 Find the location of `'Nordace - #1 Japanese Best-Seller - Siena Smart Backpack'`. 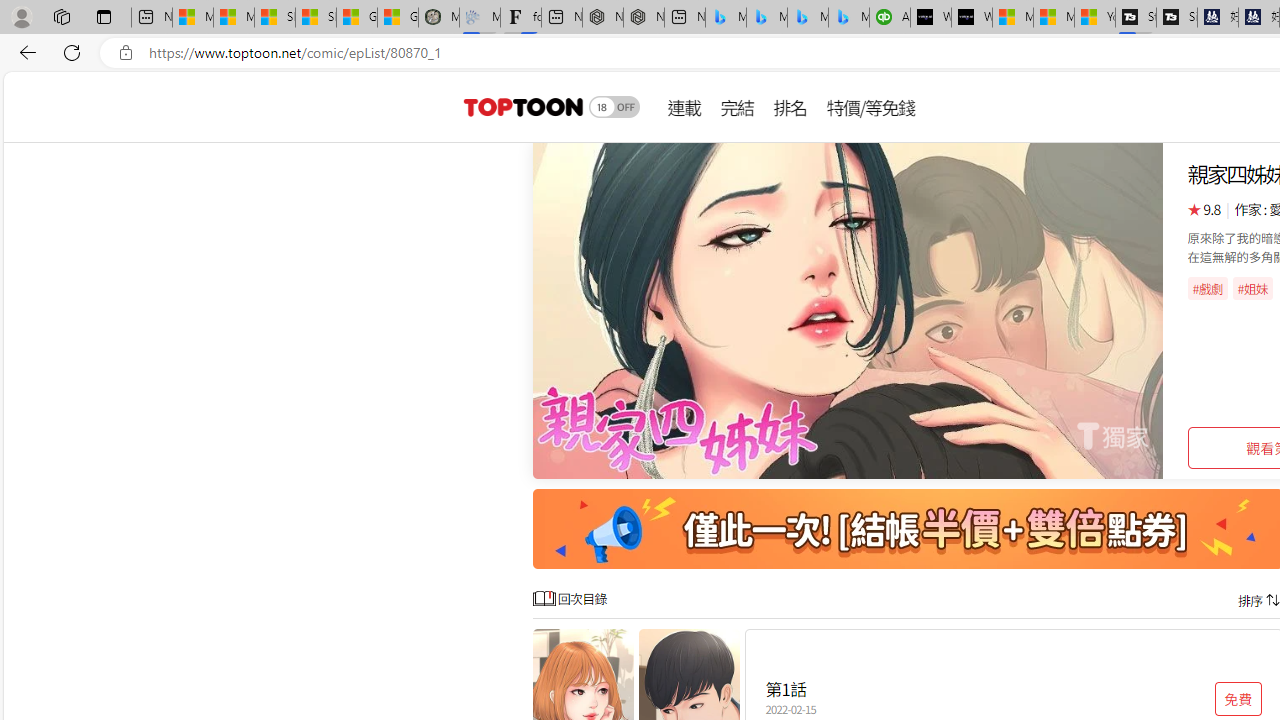

'Nordace - #1 Japanese Best-Seller - Siena Smart Backpack' is located at coordinates (643, 17).